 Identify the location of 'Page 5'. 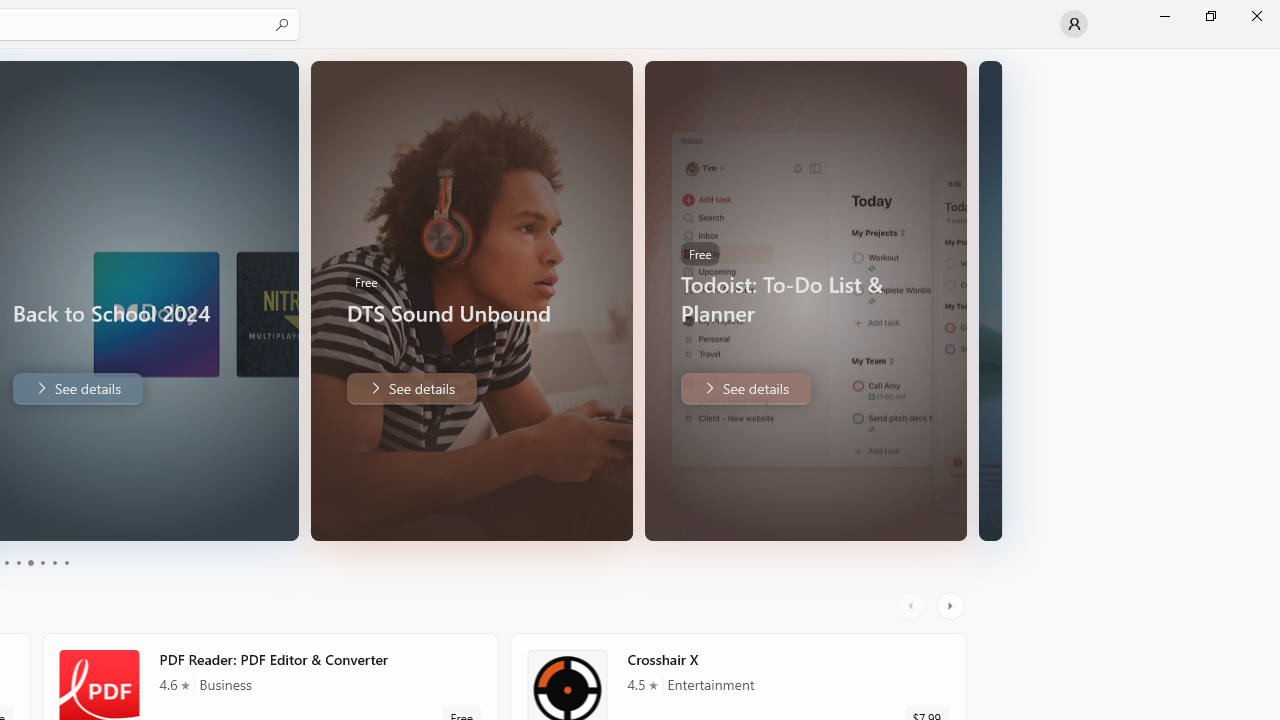
(54, 563).